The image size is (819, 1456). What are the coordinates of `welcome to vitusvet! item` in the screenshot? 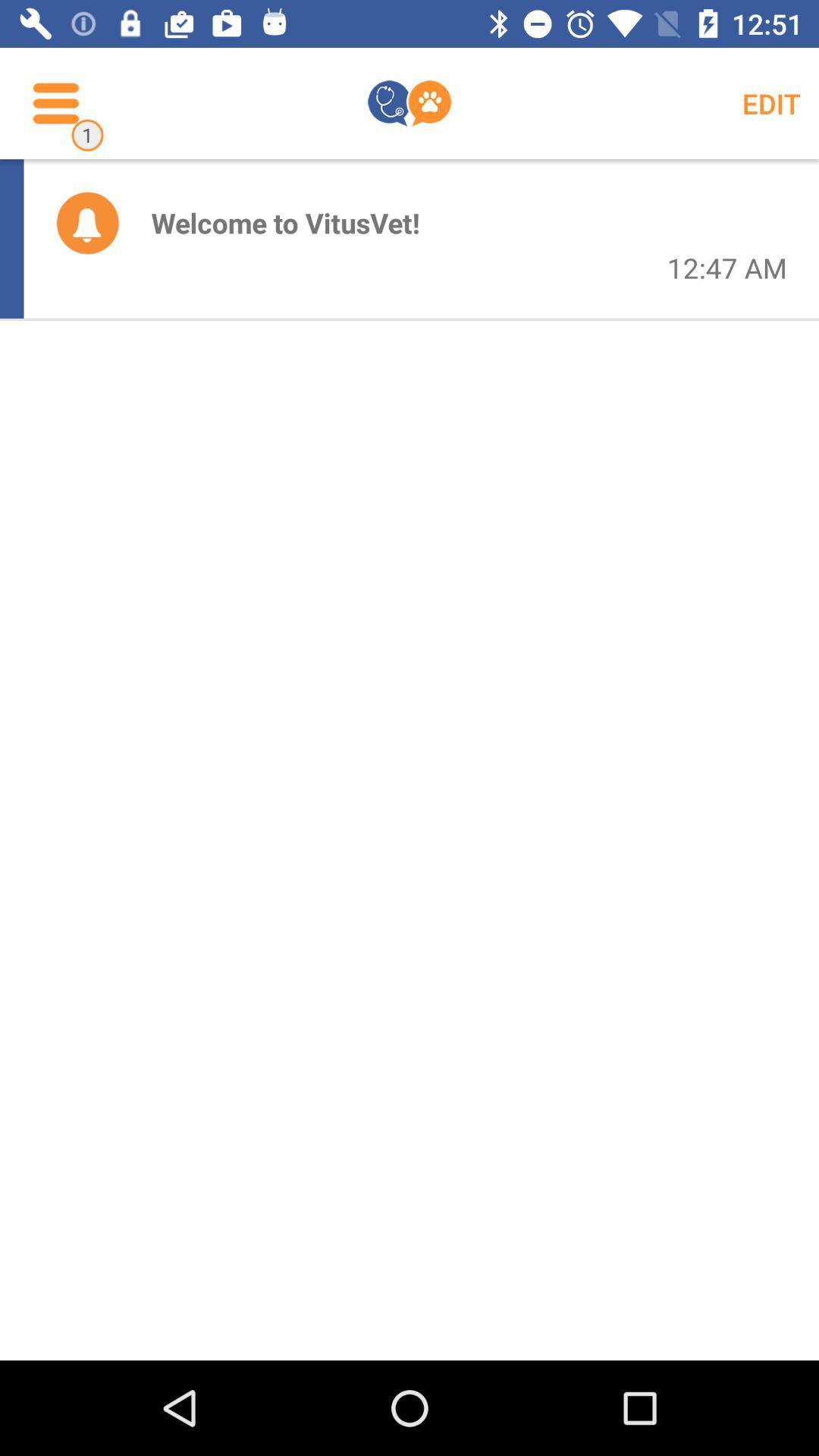 It's located at (285, 221).